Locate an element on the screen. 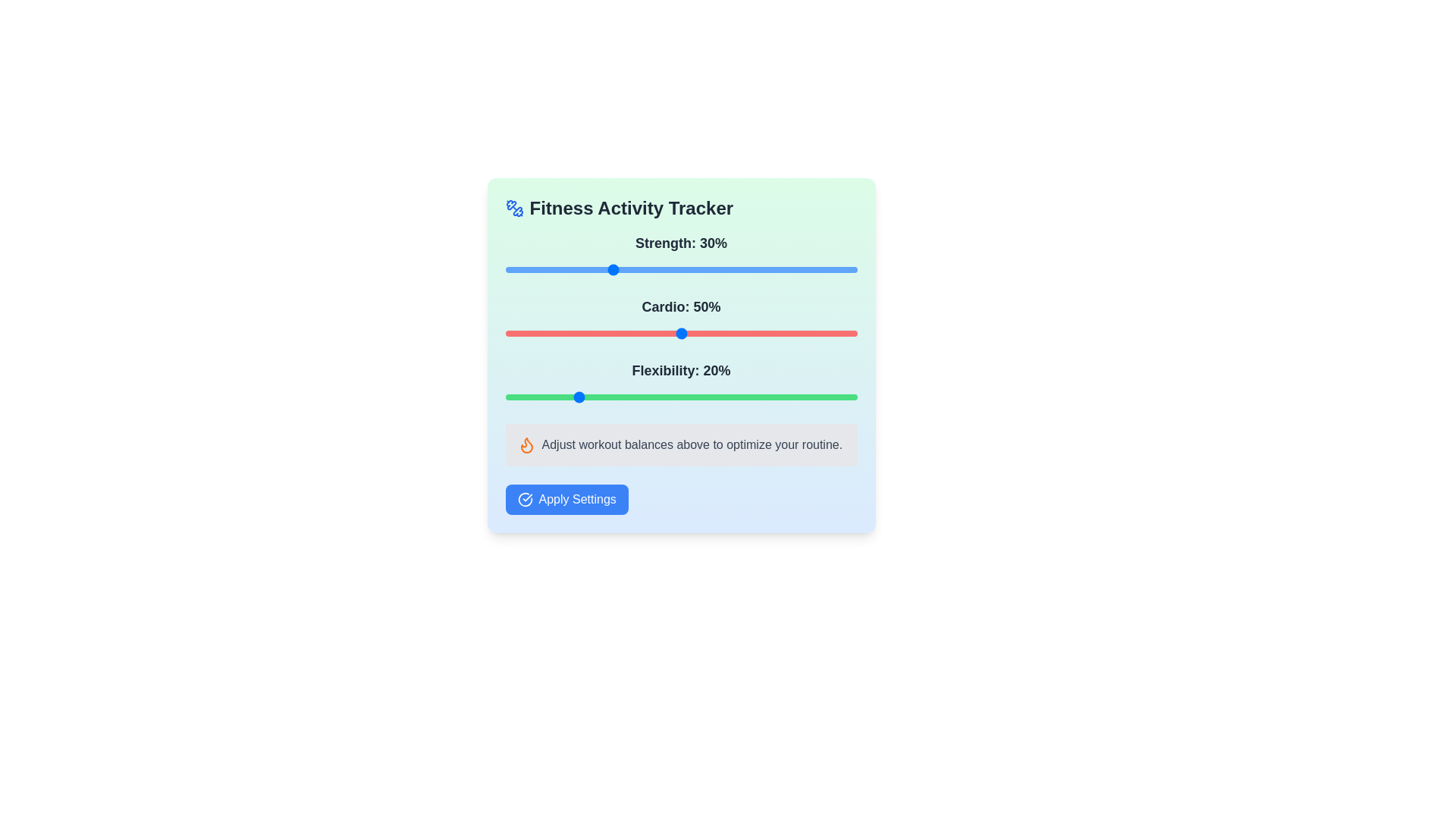 The image size is (1456, 819). the vibrant red range slider bar located below the 'Cardio: 50%' label to set a specific value is located at coordinates (680, 332).